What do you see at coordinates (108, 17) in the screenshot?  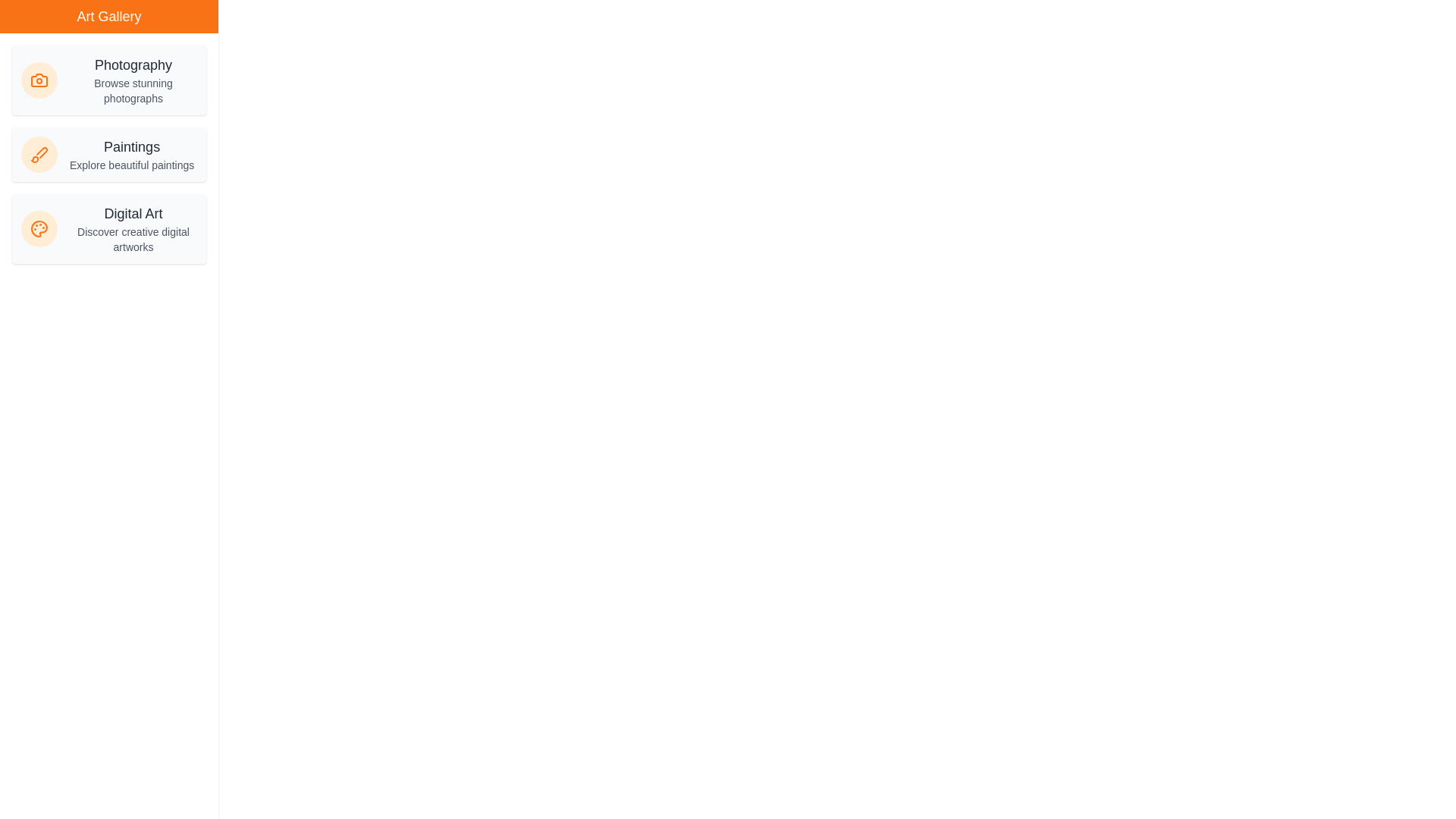 I see `the Art Gallery header to focus on it` at bounding box center [108, 17].